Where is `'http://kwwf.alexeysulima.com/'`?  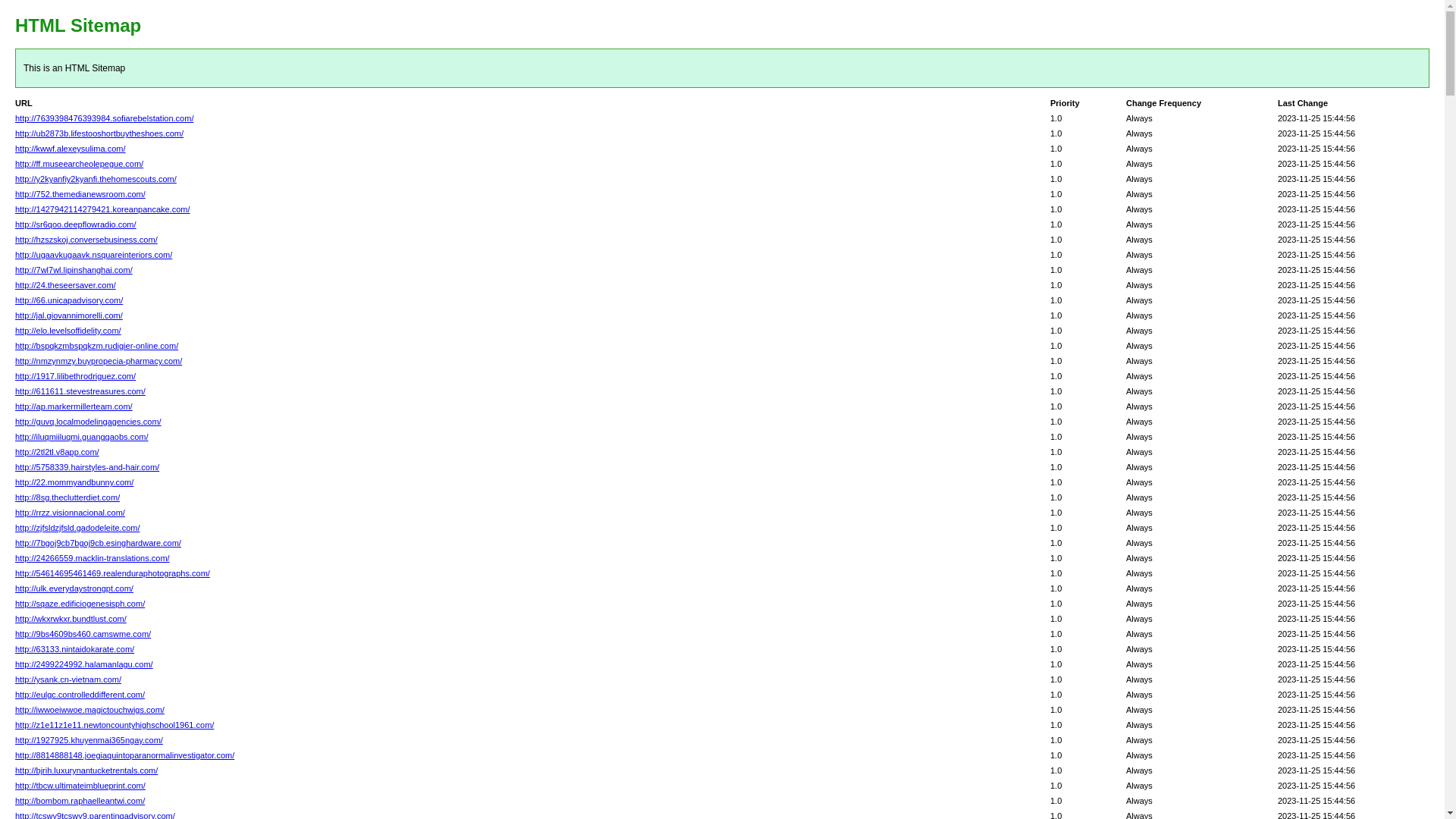
'http://kwwf.alexeysulima.com/' is located at coordinates (69, 149).